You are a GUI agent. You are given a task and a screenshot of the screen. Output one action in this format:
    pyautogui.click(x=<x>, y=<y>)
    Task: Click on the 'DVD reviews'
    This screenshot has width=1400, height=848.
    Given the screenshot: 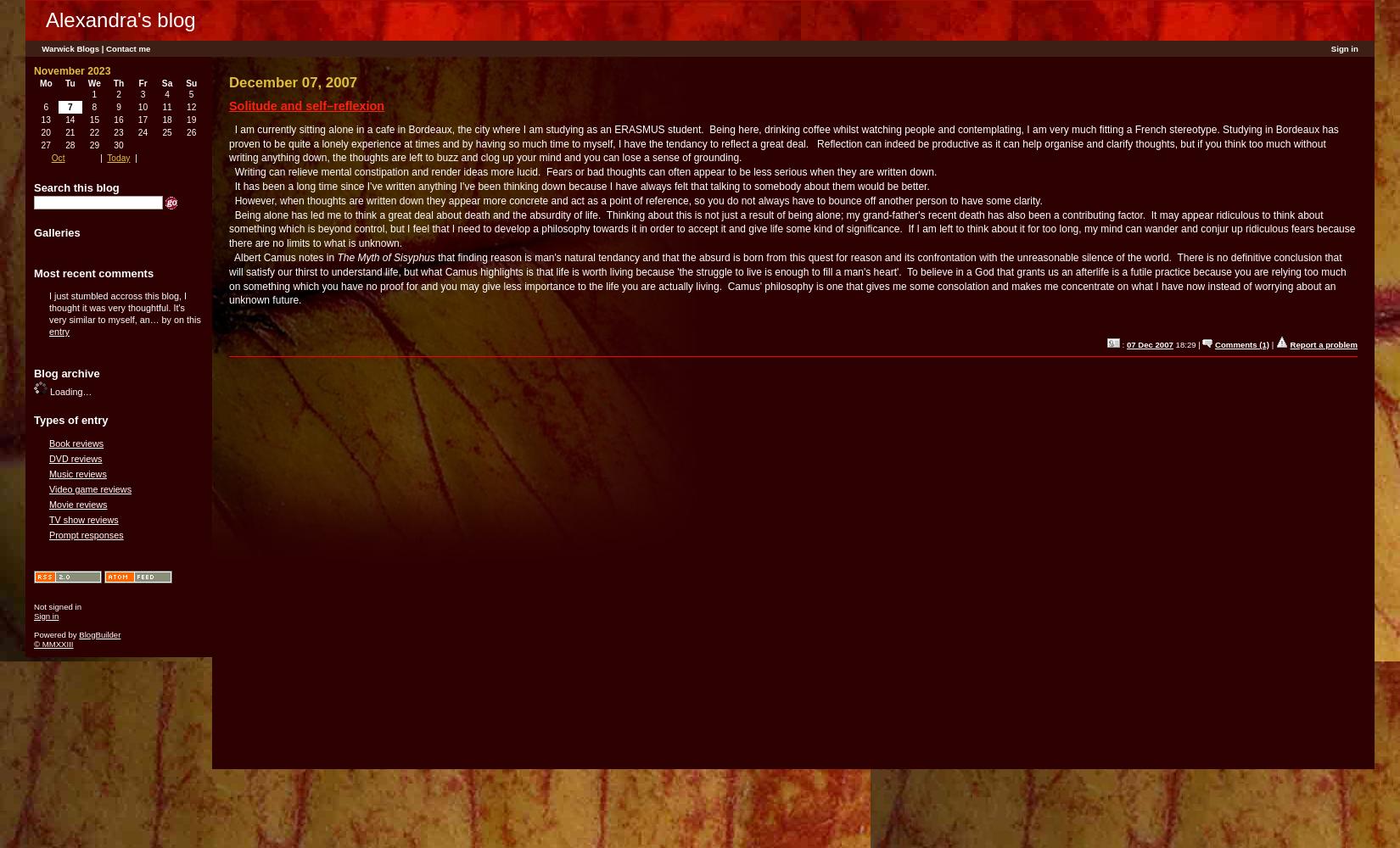 What is the action you would take?
    pyautogui.click(x=49, y=458)
    